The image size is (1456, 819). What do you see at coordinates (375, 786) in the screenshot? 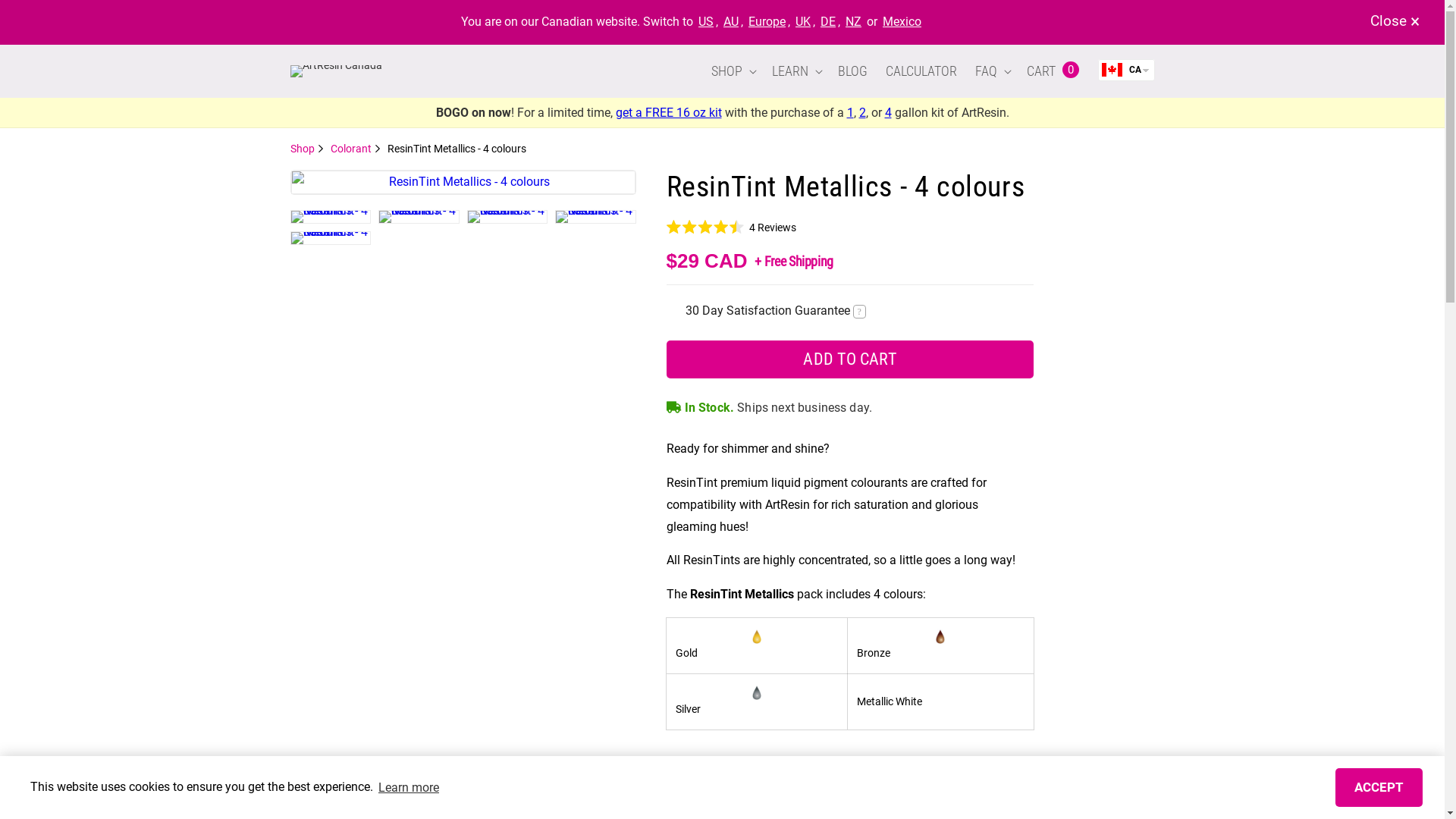
I see `'Learn more'` at bounding box center [375, 786].